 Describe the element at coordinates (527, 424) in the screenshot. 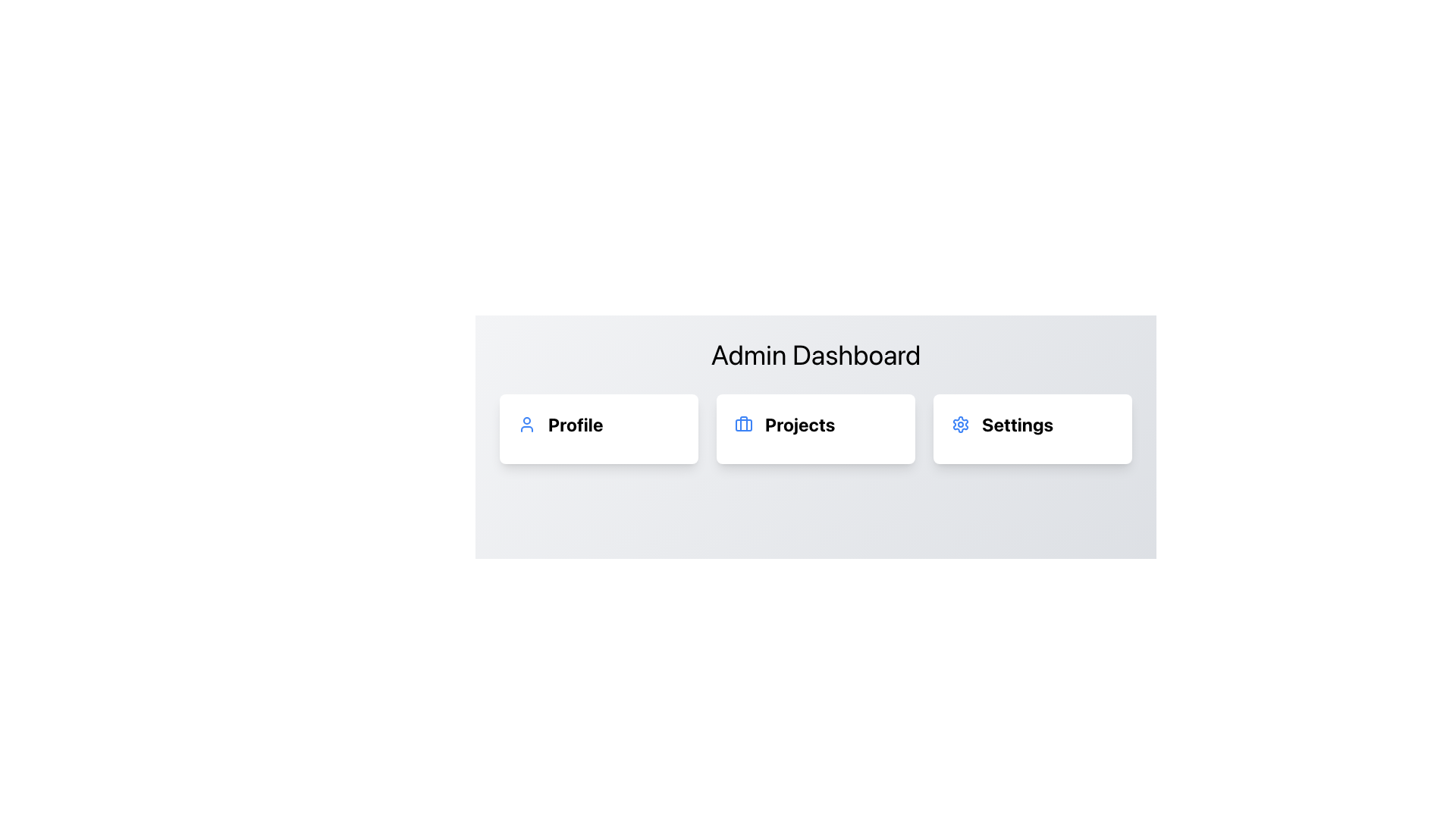

I see `the blue user silhouette icon located in the top-left of the 'Profile' card` at that location.